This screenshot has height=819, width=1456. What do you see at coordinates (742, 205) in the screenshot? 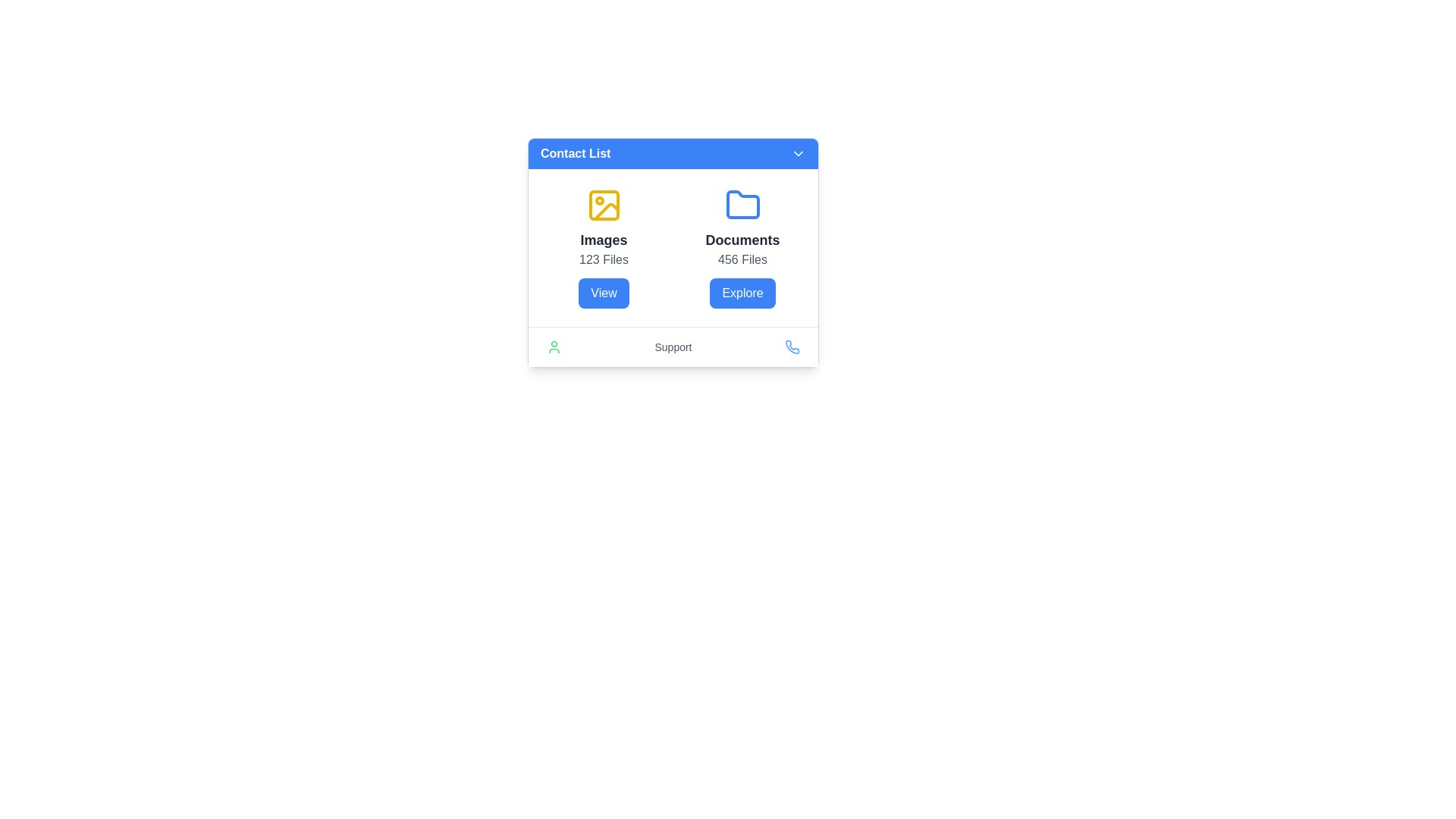
I see `the stylized folder icon with the light blue color, located in the 'Documents' section above the text '456 Files' and near the 'Explore' button` at bounding box center [742, 205].